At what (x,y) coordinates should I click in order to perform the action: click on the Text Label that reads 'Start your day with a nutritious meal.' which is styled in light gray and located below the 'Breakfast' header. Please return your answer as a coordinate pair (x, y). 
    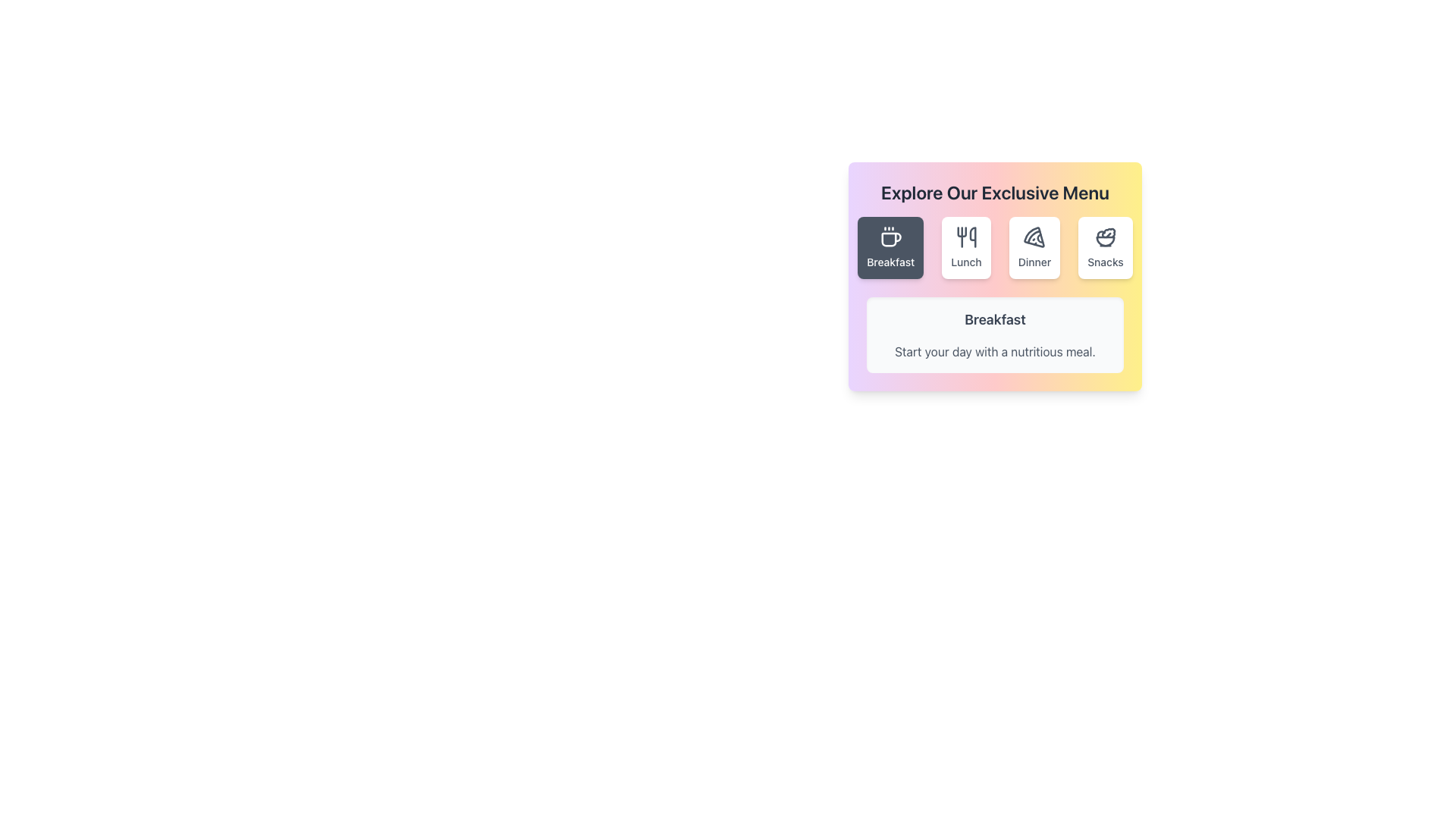
    Looking at the image, I should click on (995, 351).